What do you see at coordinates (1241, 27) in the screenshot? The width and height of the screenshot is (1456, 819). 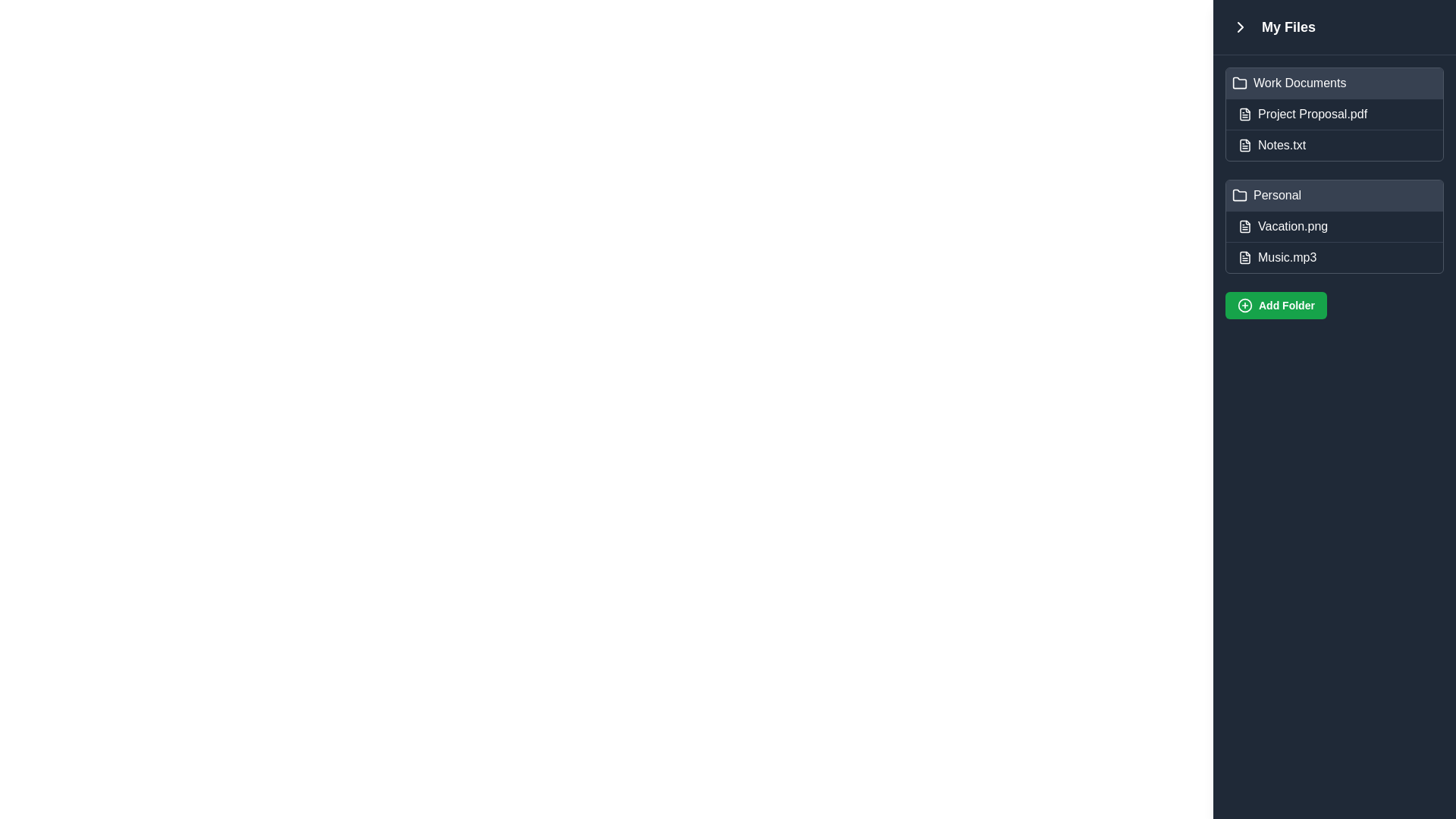 I see `the small, rightward-pointing chevron arrow icon button located near the top left corner of the interface` at bounding box center [1241, 27].